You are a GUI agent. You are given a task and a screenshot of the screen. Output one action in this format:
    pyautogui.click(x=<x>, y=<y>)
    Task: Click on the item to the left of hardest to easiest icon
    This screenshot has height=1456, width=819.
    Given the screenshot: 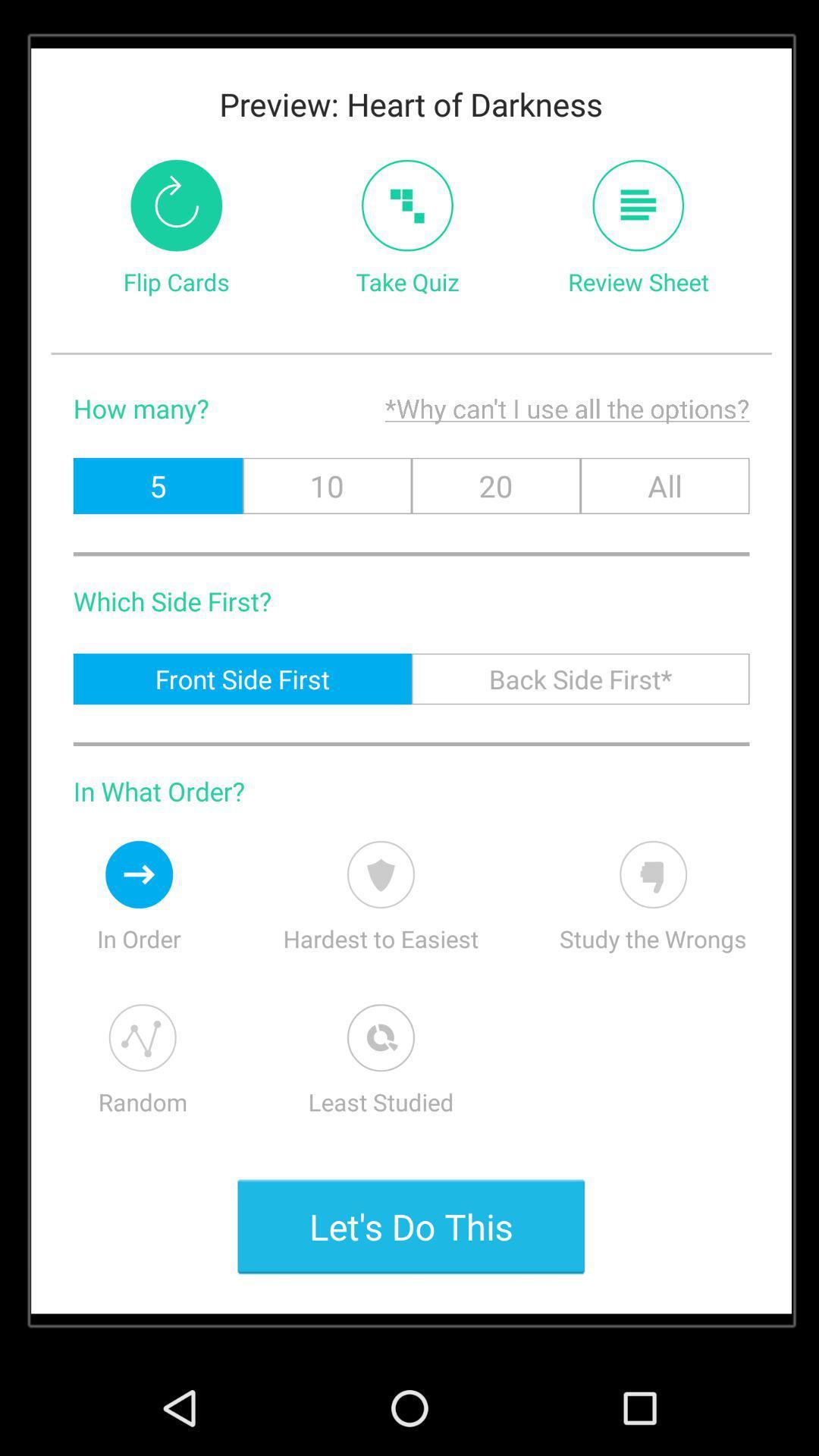 What is the action you would take?
    pyautogui.click(x=139, y=874)
    